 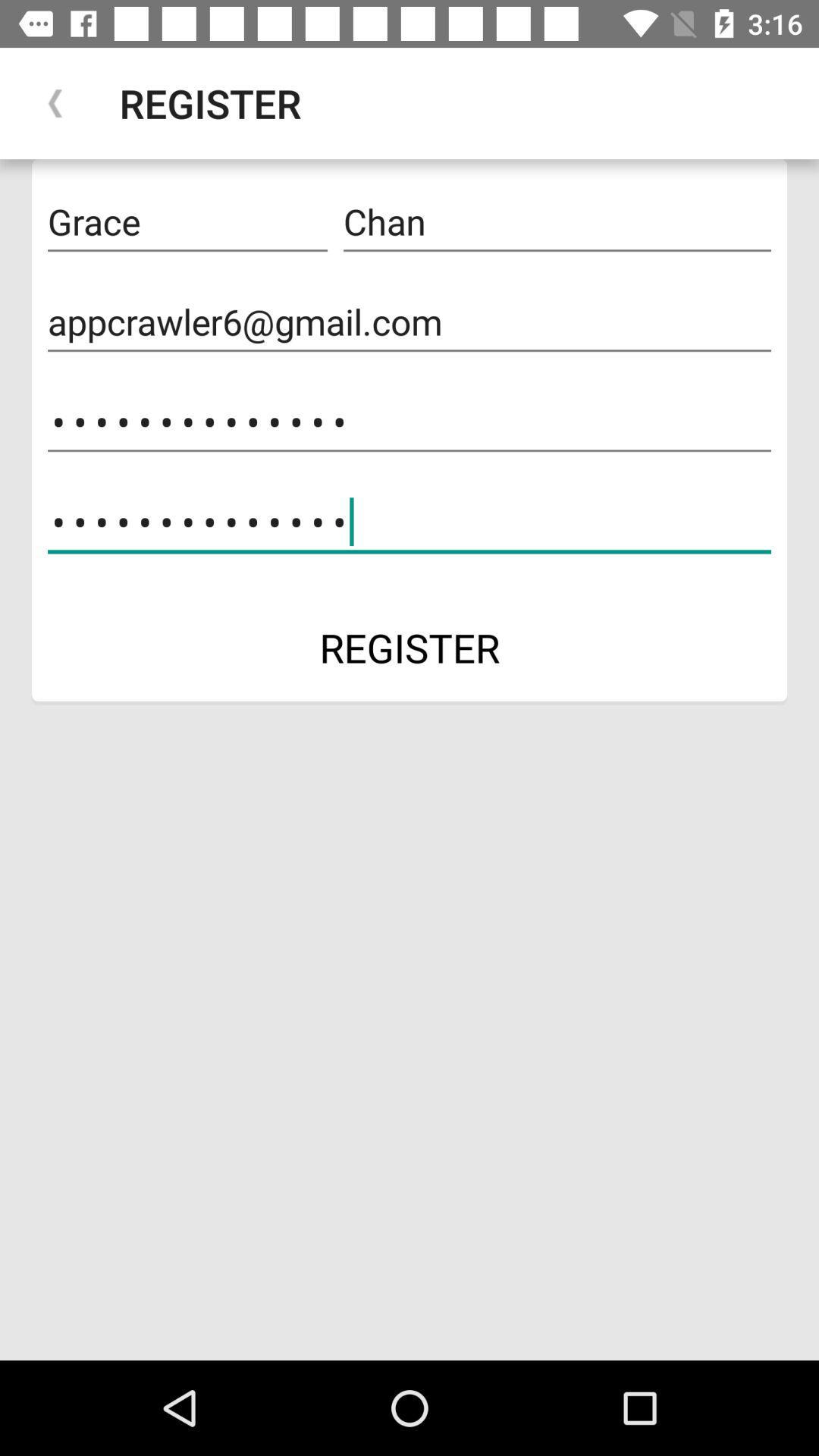 I want to click on the icon above appcrawler6@gmail.com item, so click(x=557, y=221).